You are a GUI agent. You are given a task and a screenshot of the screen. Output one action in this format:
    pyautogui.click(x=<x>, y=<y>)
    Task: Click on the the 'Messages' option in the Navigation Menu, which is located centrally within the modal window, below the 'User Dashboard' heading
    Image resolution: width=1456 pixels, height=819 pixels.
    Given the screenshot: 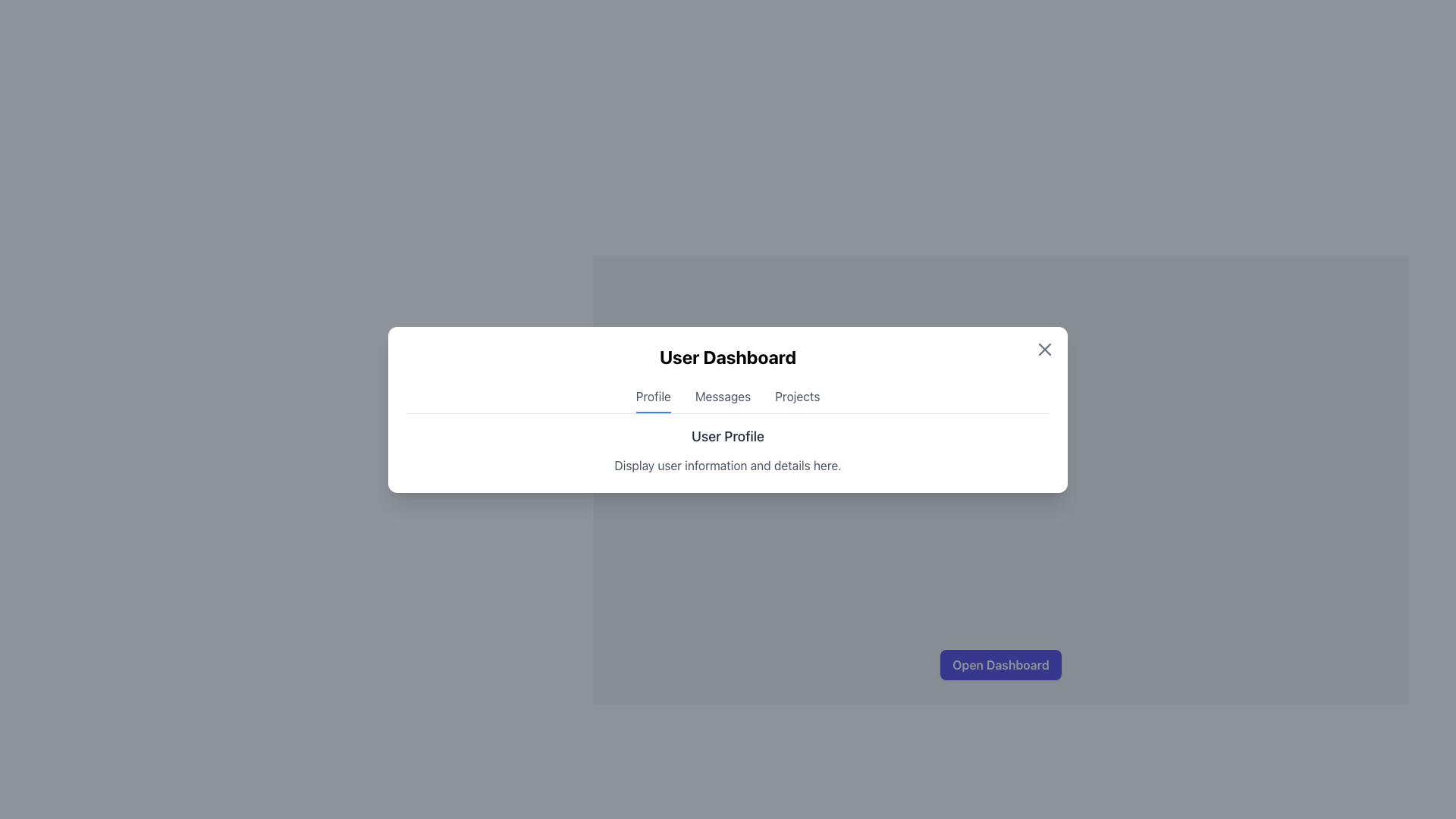 What is the action you would take?
    pyautogui.click(x=728, y=399)
    